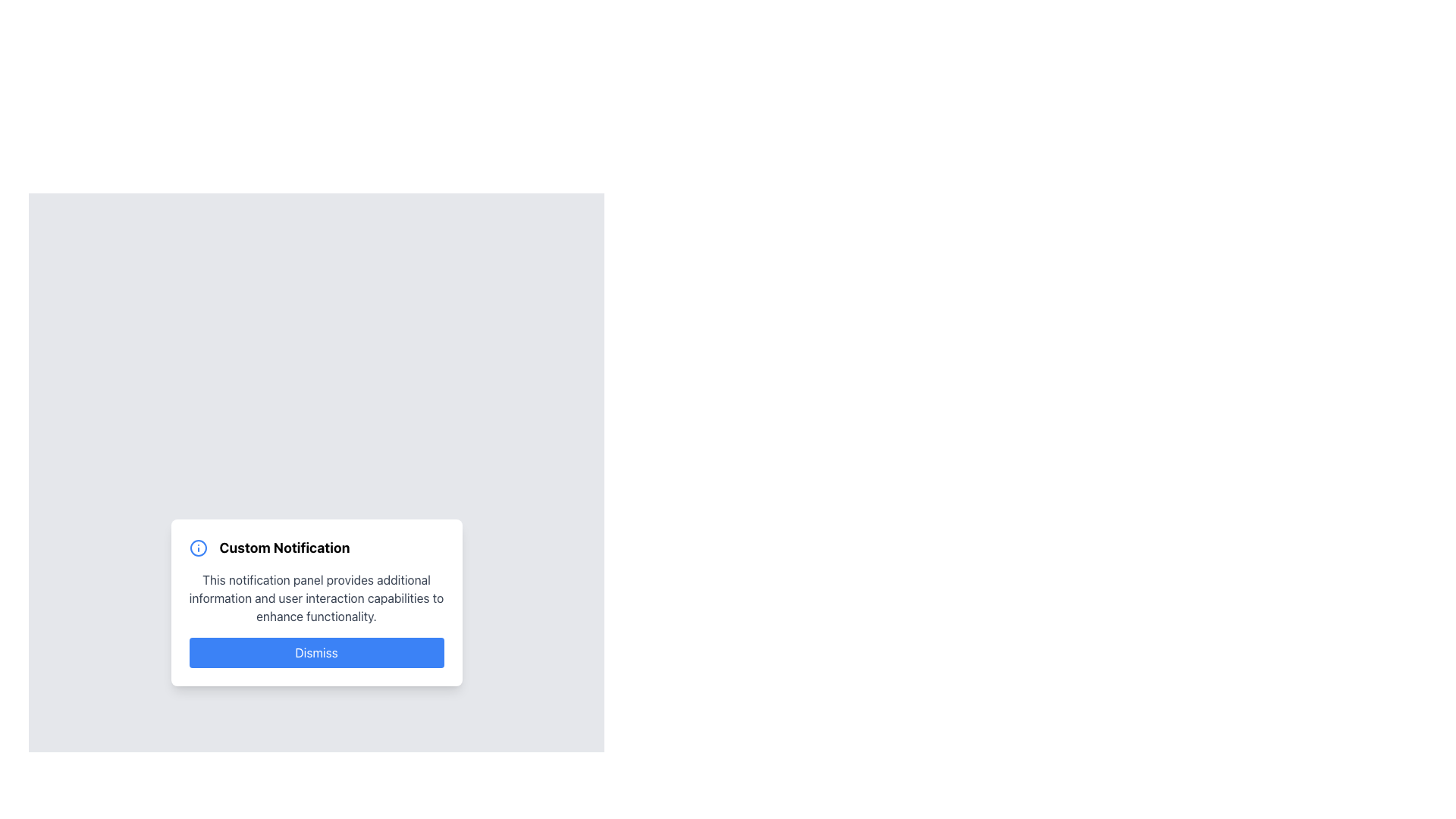 The height and width of the screenshot is (819, 1456). I want to click on the Notification Panel, which is a white rectangular card with rounded corners containing a bold title 'Custom Notification' and descriptive text in gray, so click(315, 601).